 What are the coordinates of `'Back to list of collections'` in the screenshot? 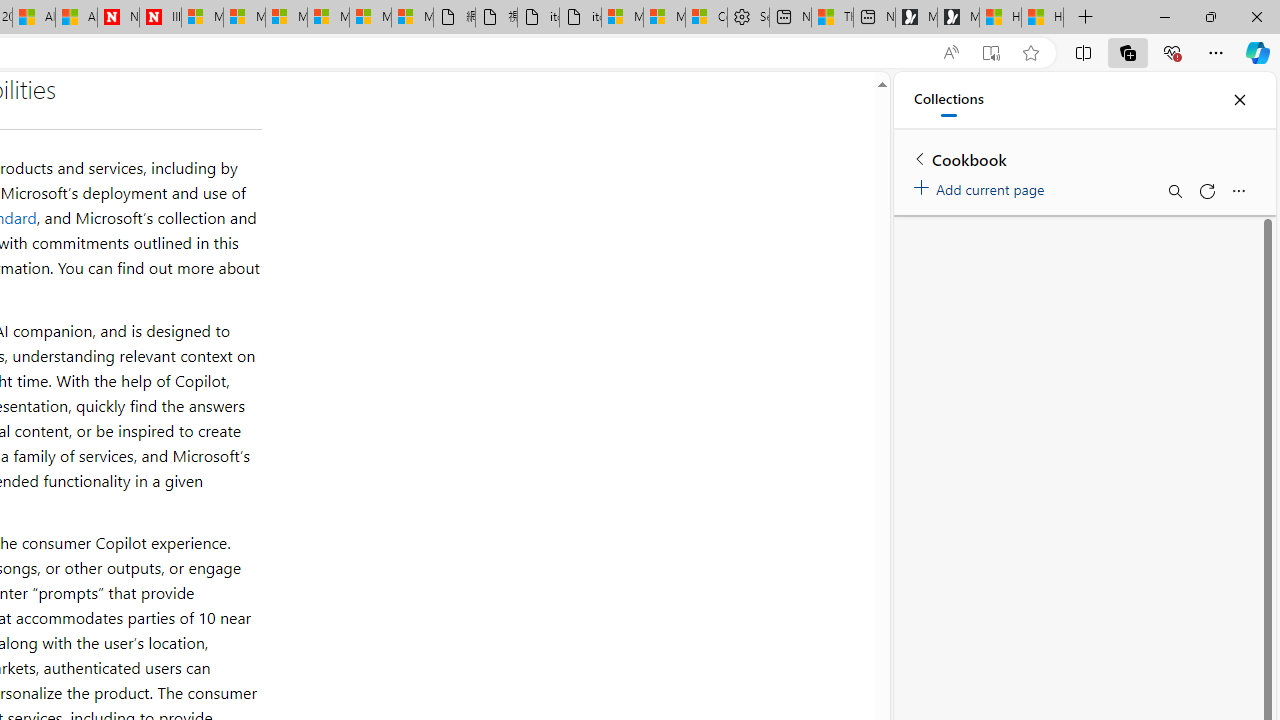 It's located at (919, 158).